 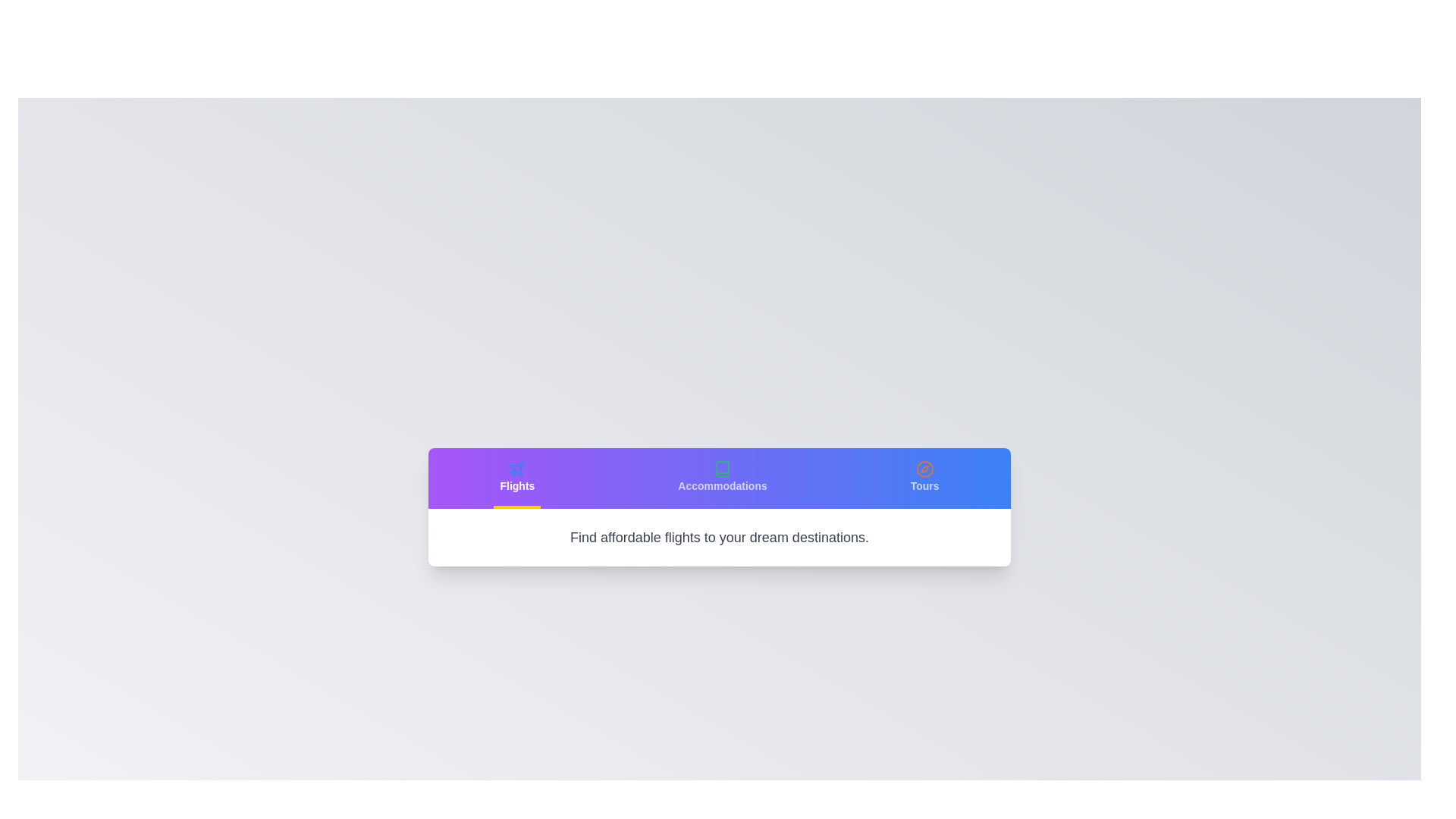 I want to click on the Tours tab to display its content, so click(x=924, y=479).